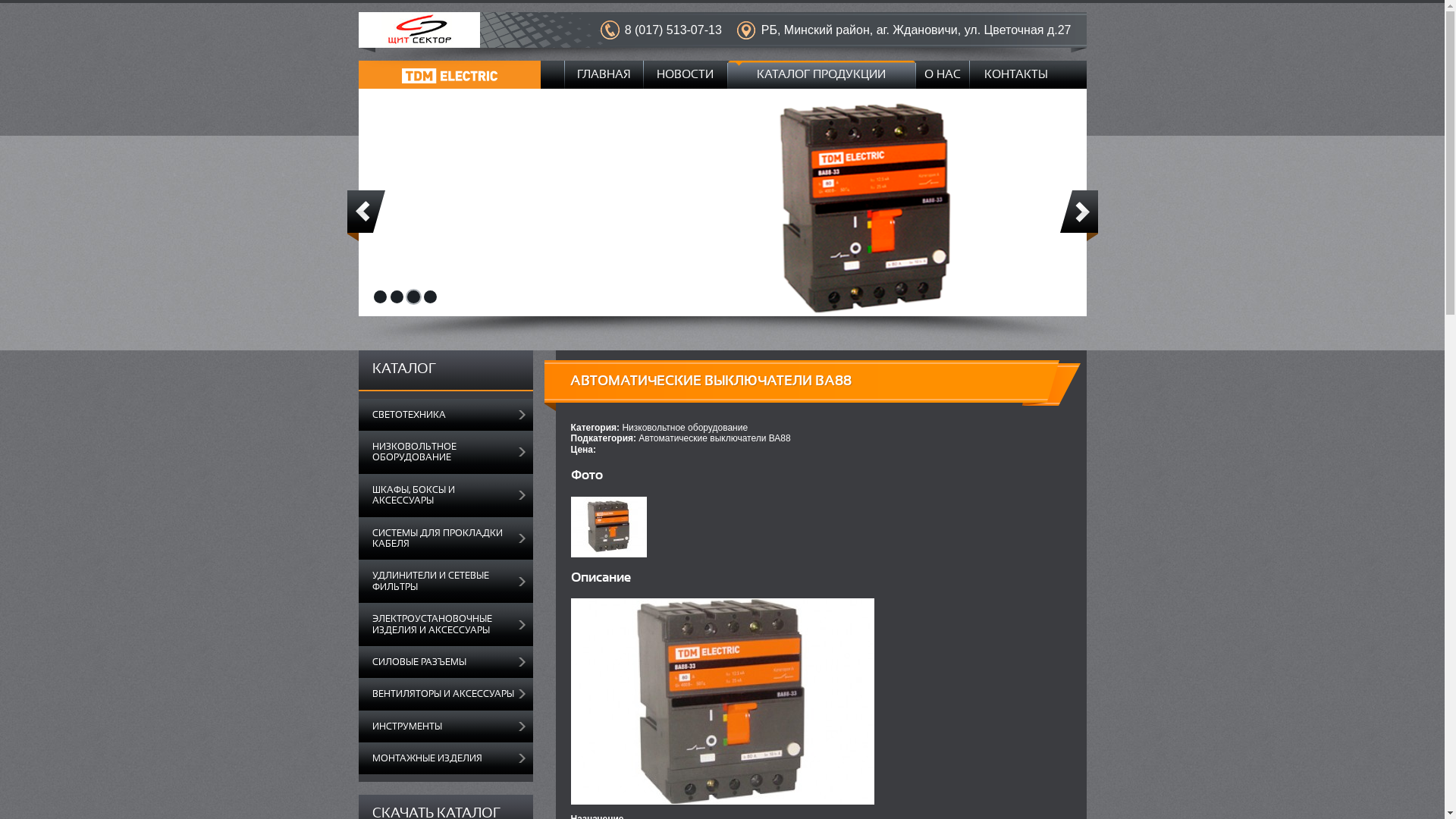 This screenshot has height=819, width=1456. I want to click on 'Prev', so click(366, 215).